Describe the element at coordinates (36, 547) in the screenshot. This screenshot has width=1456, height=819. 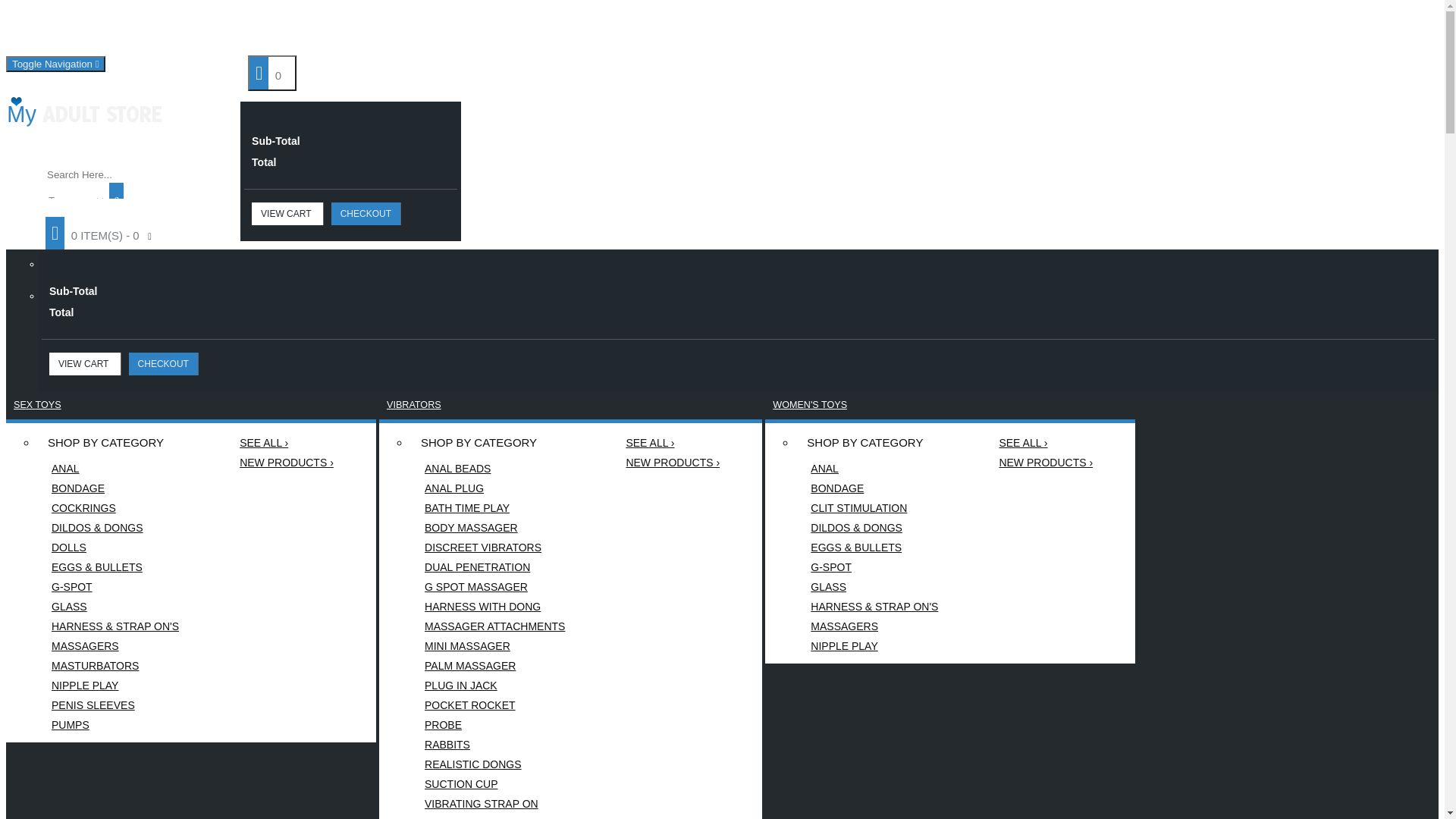
I see `'DOLLS'` at that location.